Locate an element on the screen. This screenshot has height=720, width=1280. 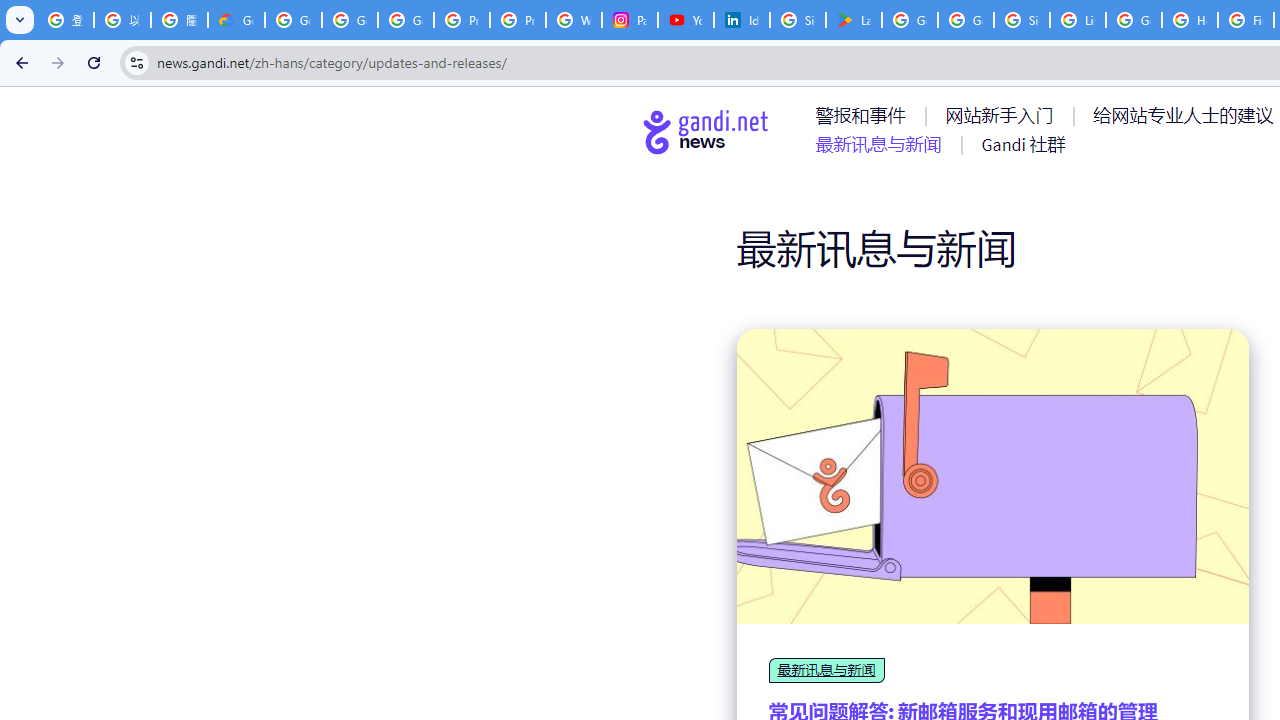
'AutomationID: menu-item-77761' is located at coordinates (864, 115).